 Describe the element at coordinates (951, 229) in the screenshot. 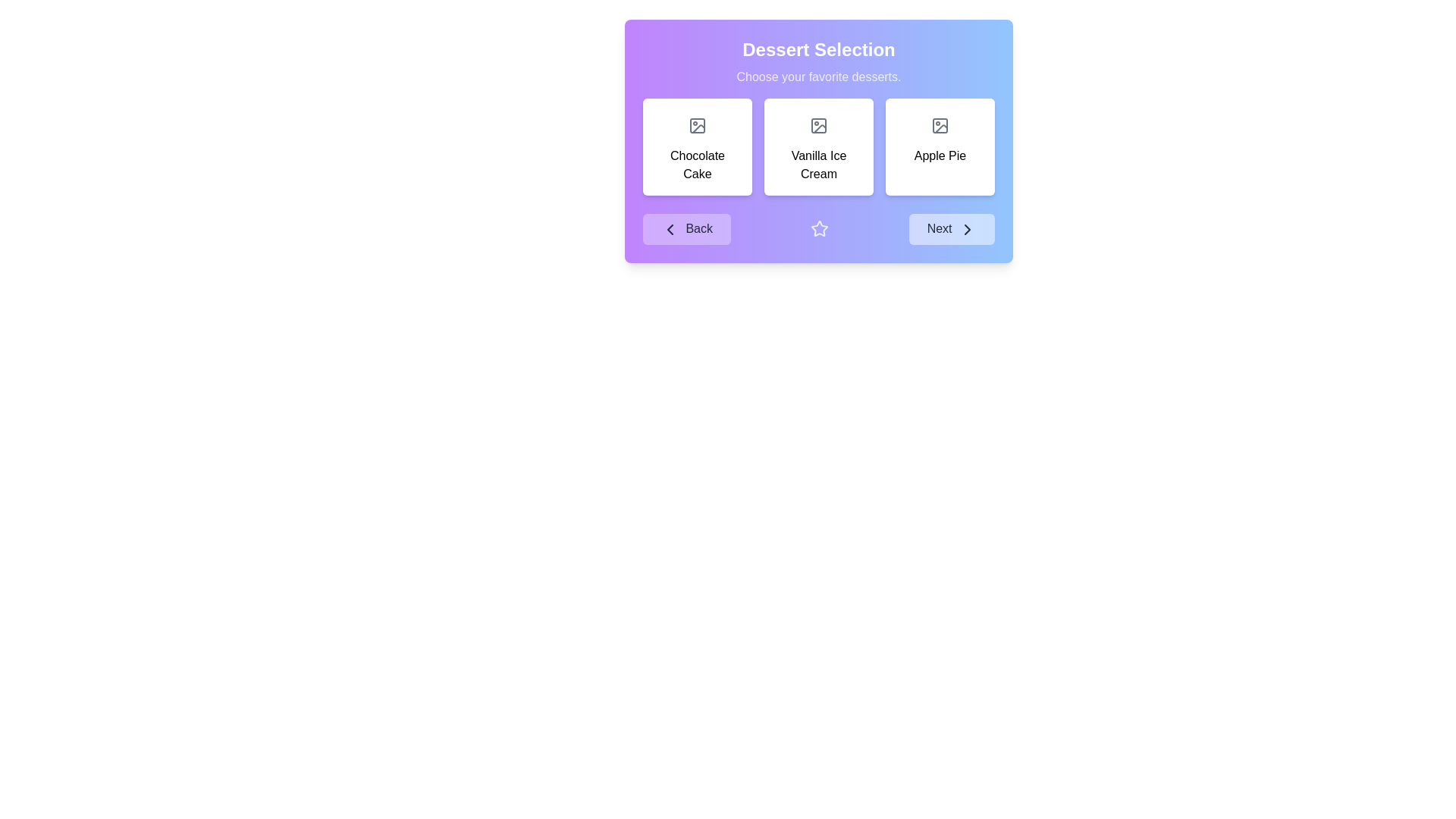

I see `the 'Next' button with rounded corners and a semi-transparent white background` at that location.